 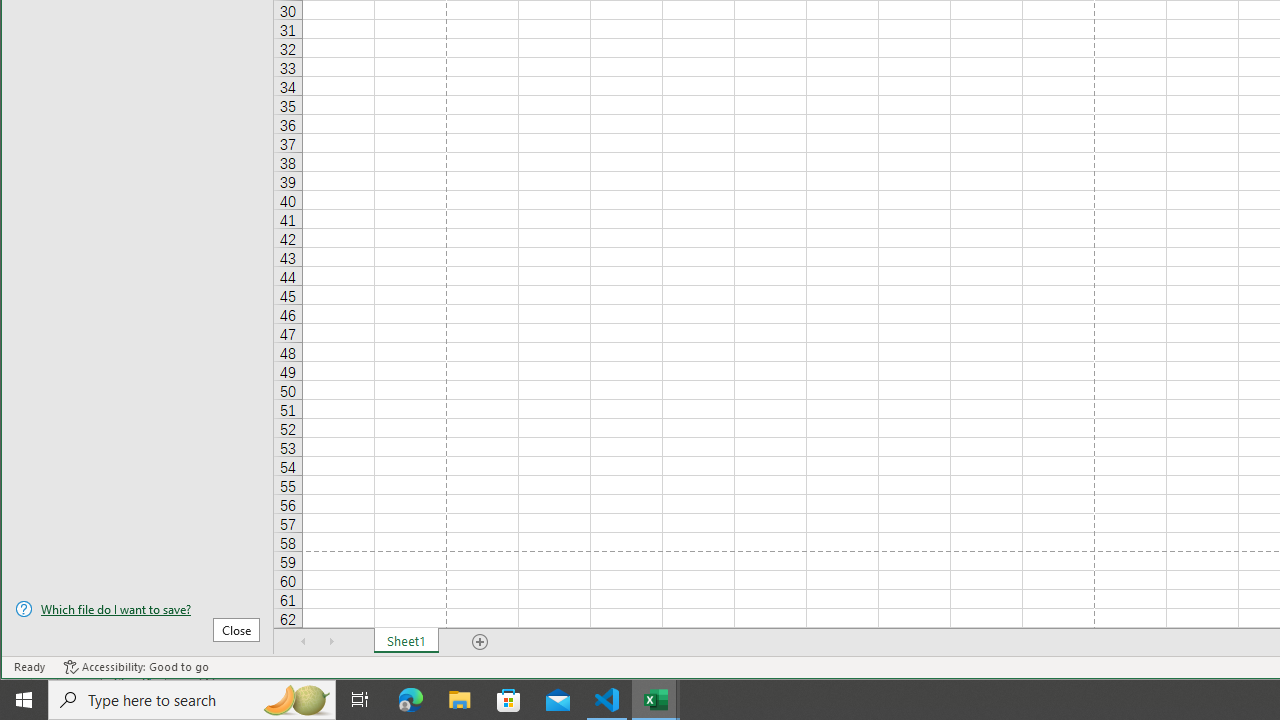 What do you see at coordinates (410, 698) in the screenshot?
I see `'Microsoft Edge'` at bounding box center [410, 698].